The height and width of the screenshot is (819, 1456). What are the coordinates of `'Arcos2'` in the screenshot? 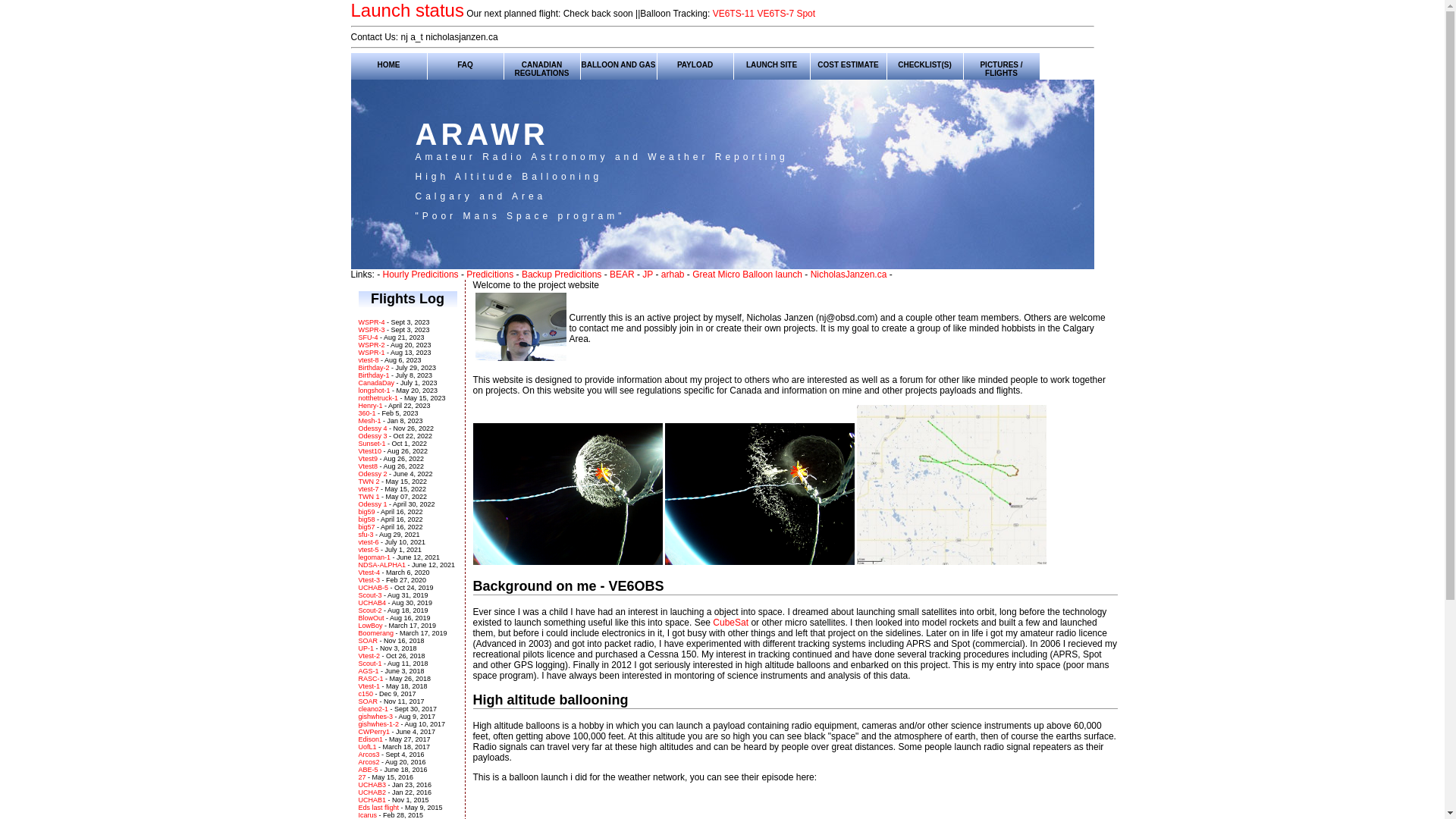 It's located at (356, 762).